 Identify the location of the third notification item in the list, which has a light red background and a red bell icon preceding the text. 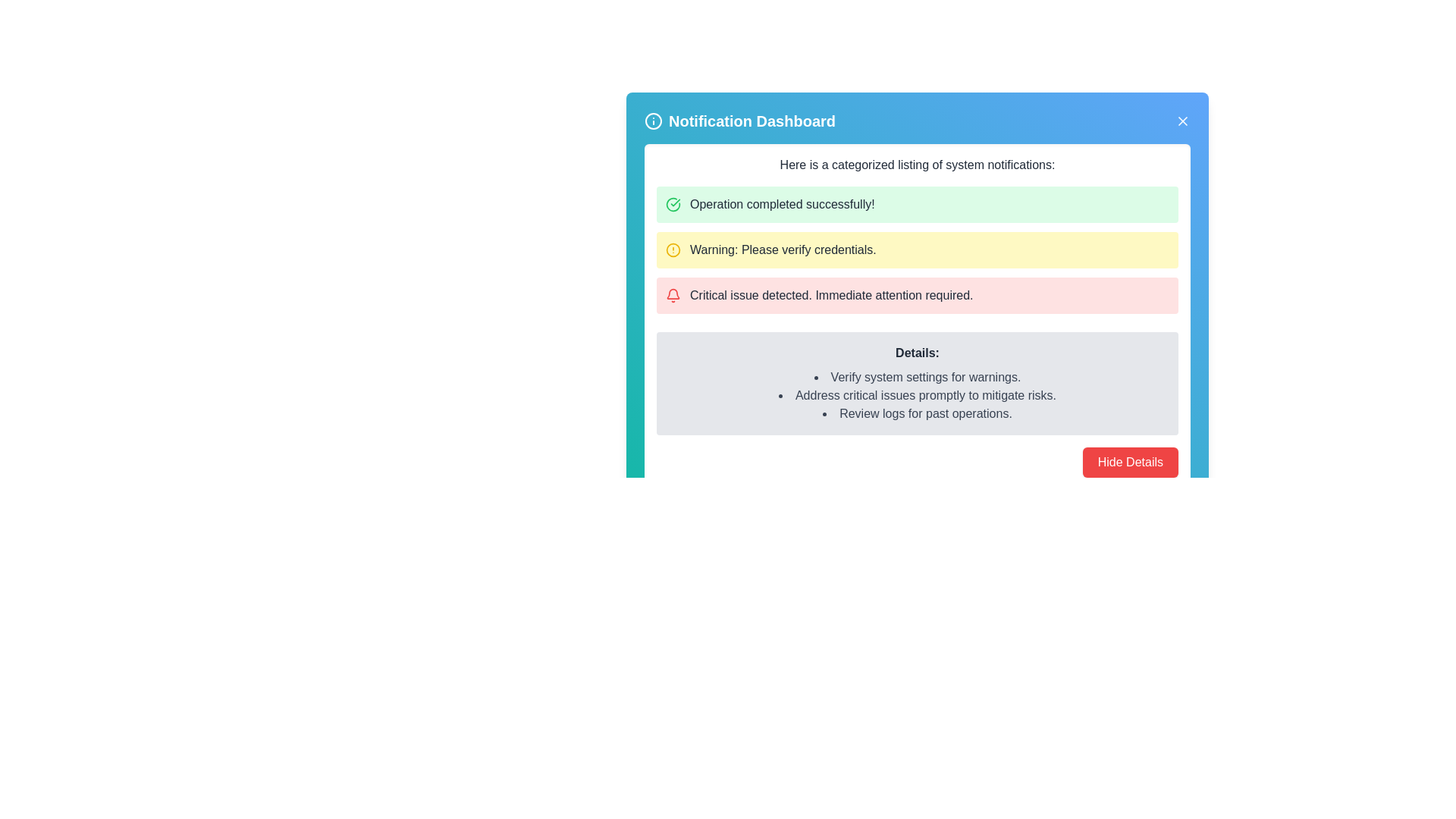
(916, 295).